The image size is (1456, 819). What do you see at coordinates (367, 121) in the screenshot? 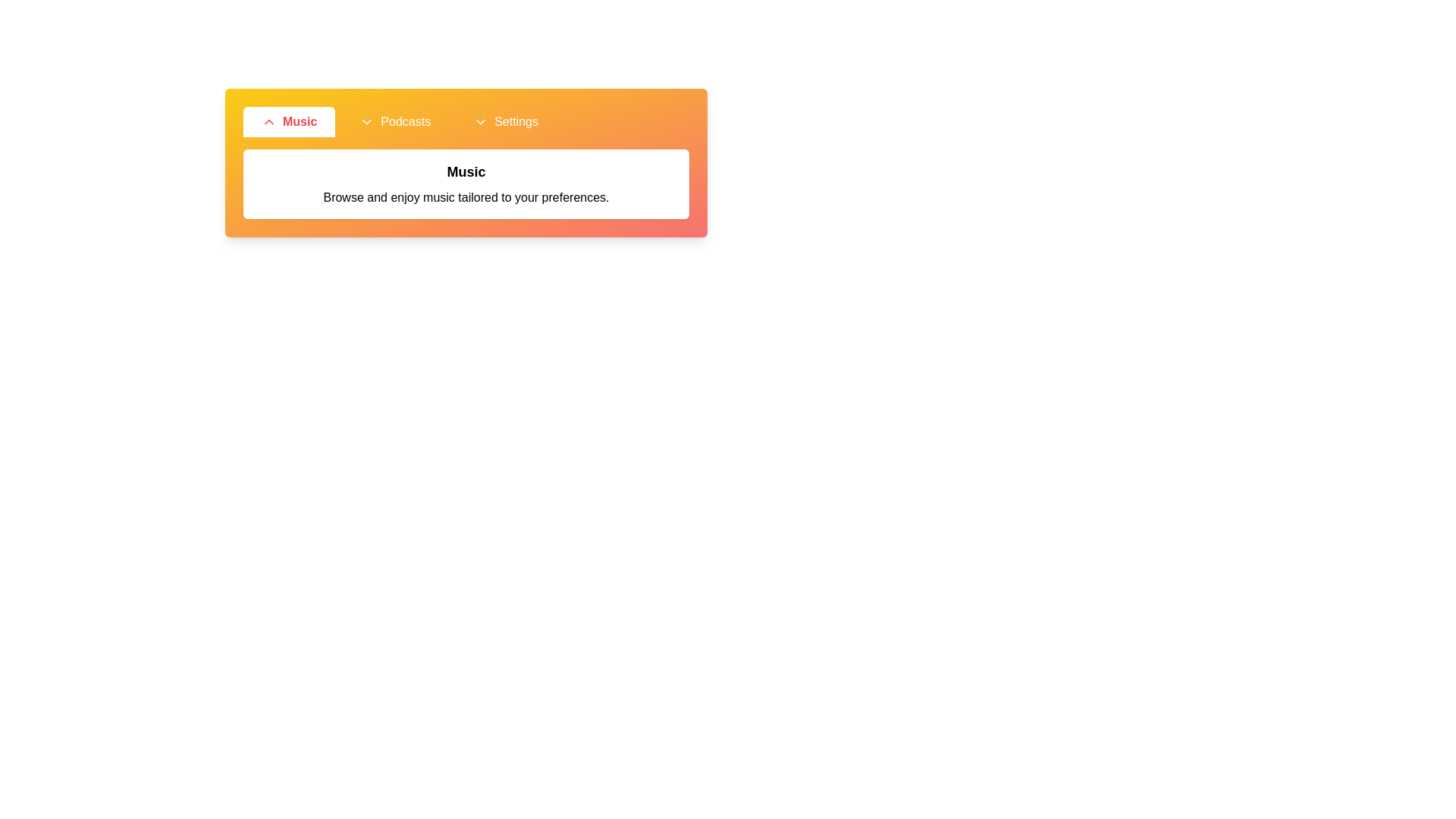
I see `the chevron icon of the tab labeled Podcasts` at bounding box center [367, 121].